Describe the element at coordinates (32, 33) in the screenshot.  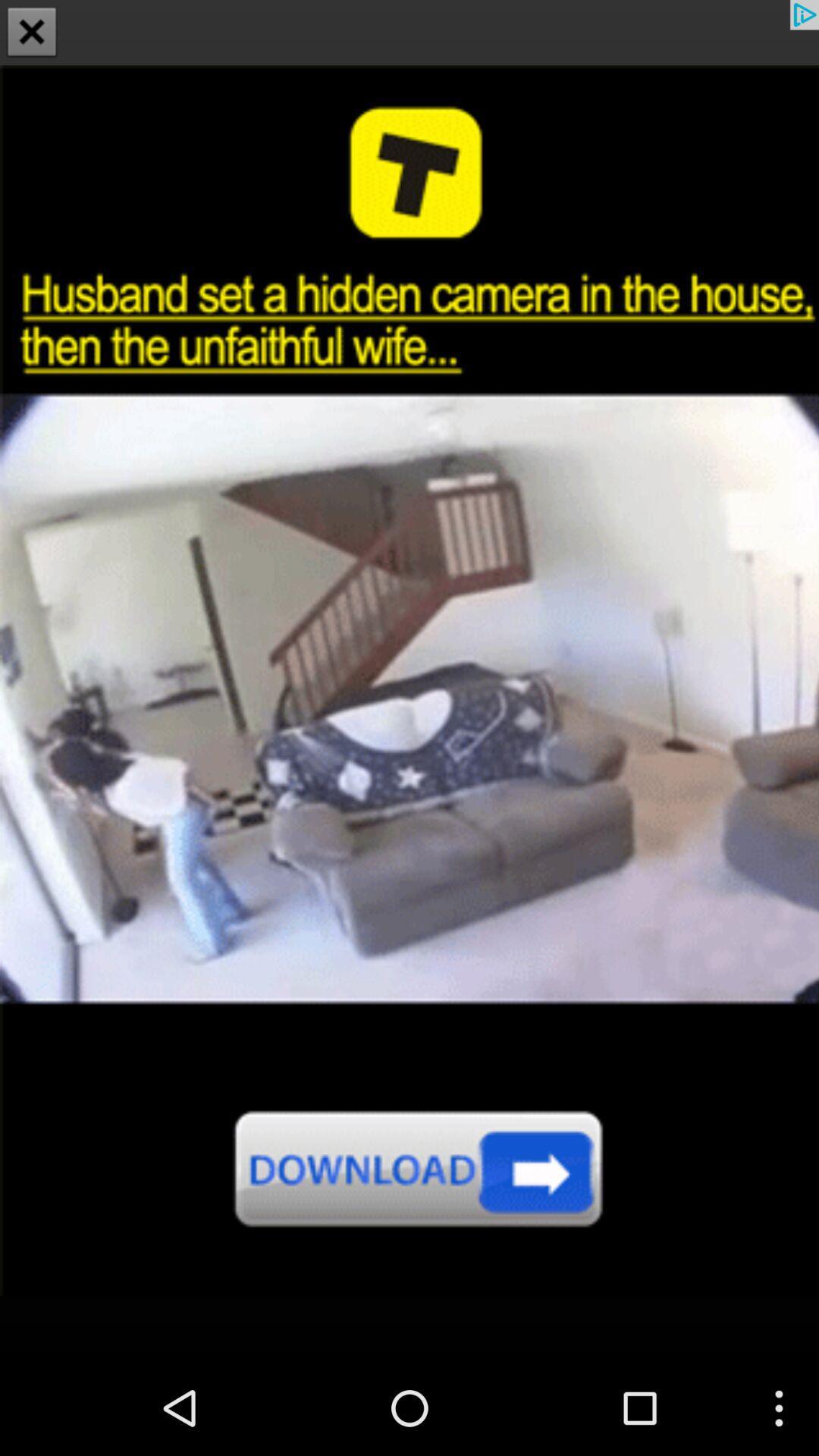
I see `the close icon` at that location.